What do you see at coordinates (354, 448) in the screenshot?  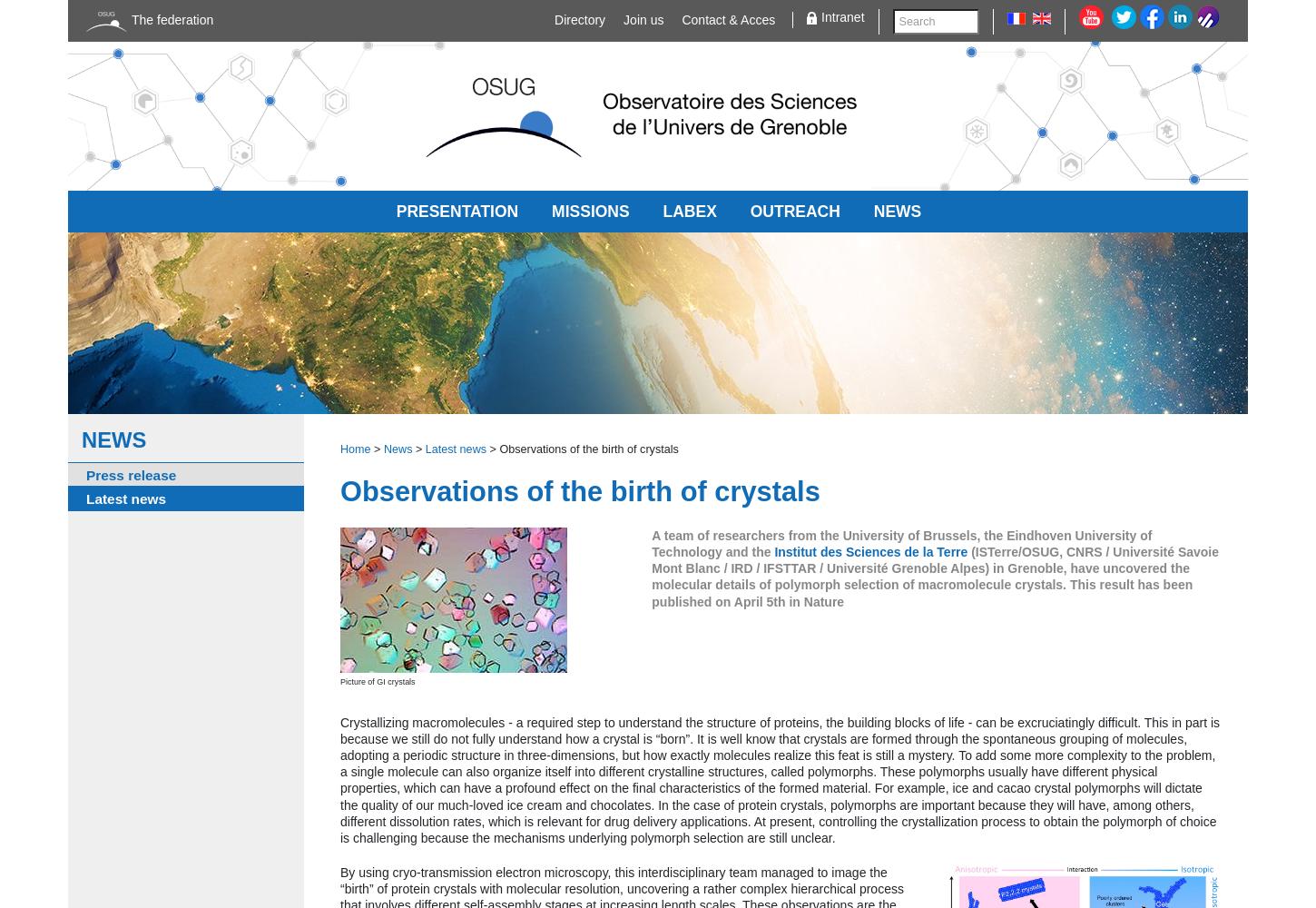 I see `'Home'` at bounding box center [354, 448].